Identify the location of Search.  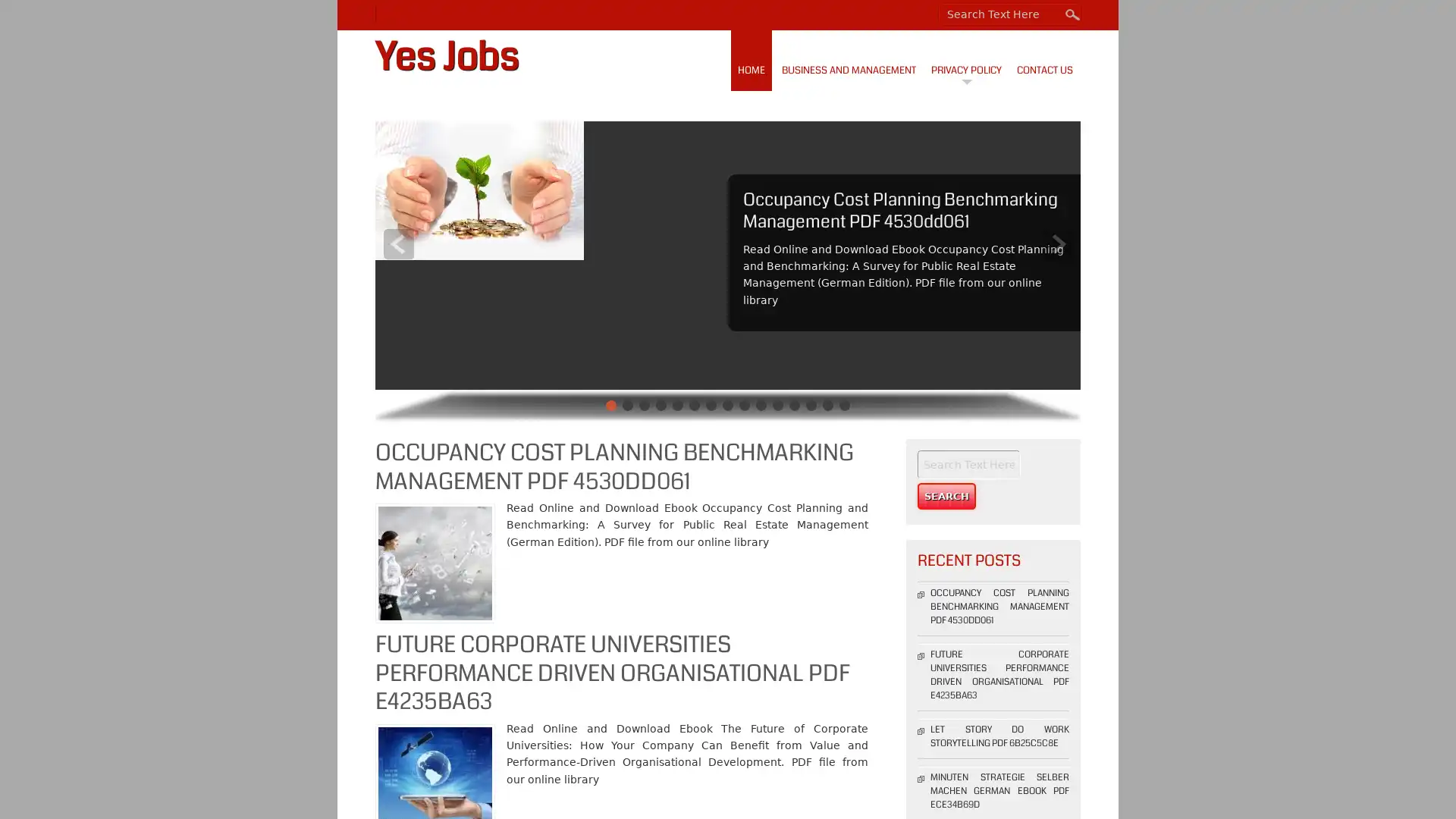
(946, 496).